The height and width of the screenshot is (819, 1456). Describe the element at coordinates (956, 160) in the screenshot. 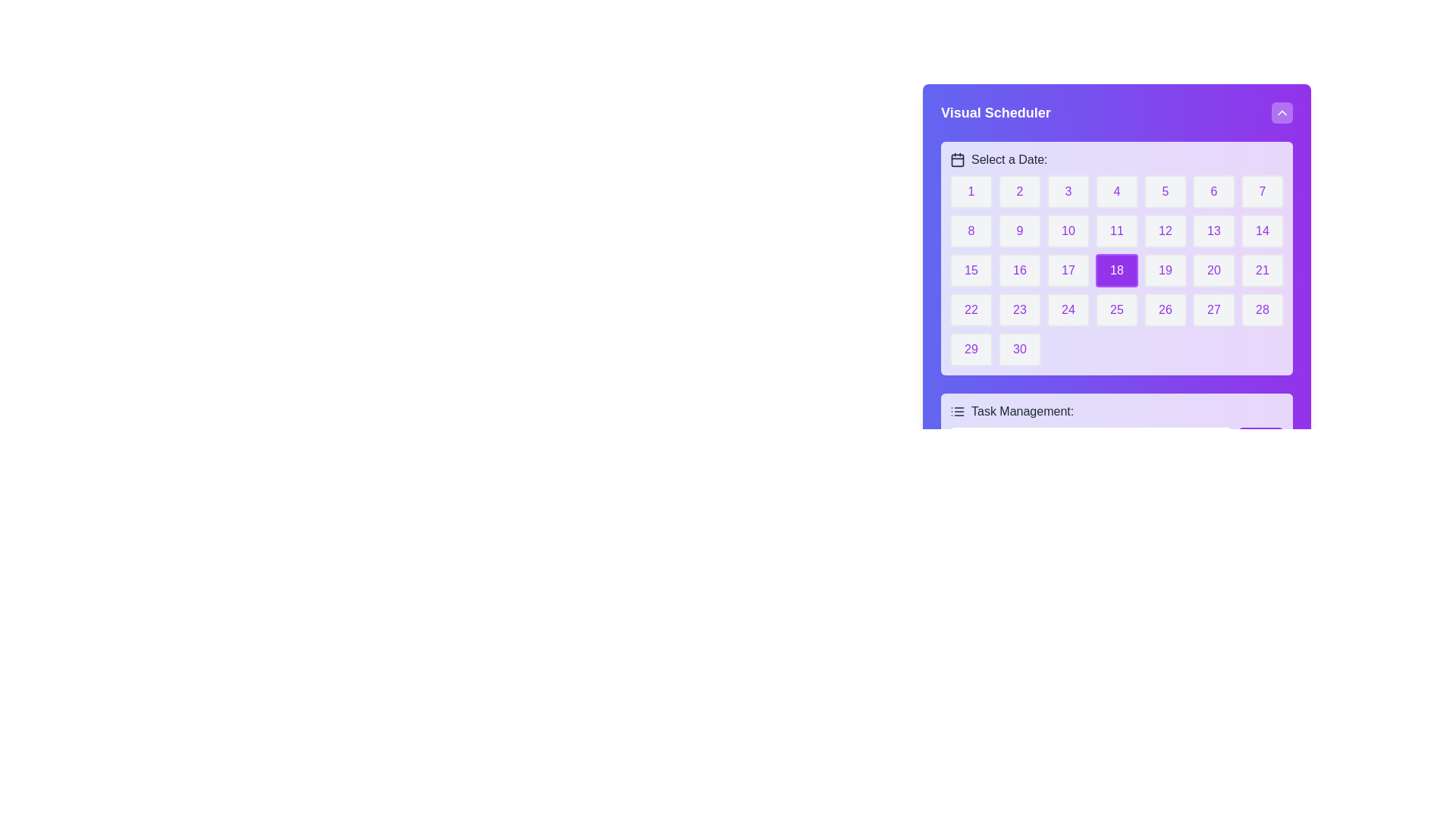

I see `the calendar icon located to the left of the text 'Select a Date:' in the 'Visual Scheduler' panel` at that location.